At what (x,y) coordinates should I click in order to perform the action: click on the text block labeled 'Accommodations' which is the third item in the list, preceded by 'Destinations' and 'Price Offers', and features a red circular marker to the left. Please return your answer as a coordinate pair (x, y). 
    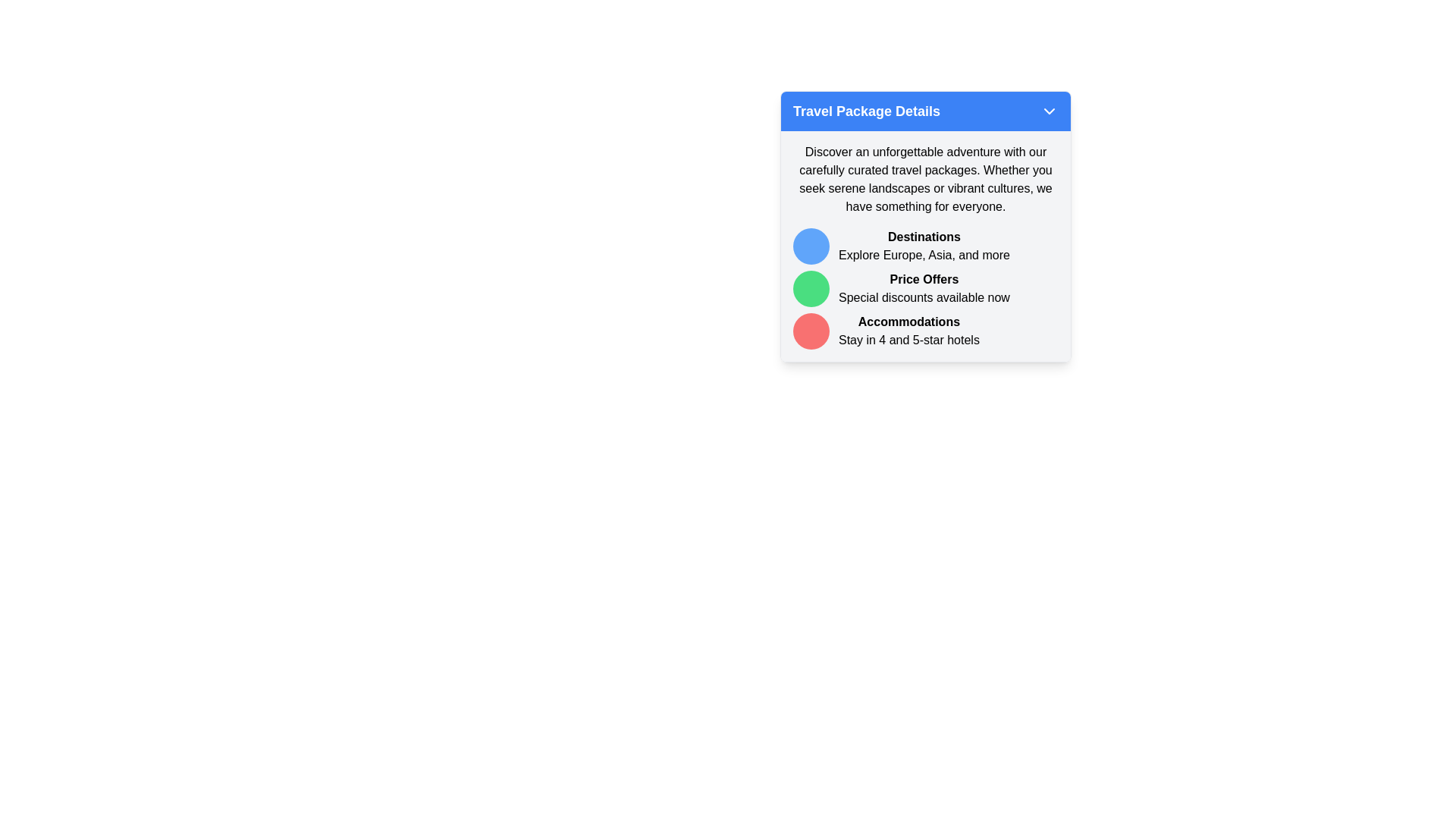
    Looking at the image, I should click on (909, 330).